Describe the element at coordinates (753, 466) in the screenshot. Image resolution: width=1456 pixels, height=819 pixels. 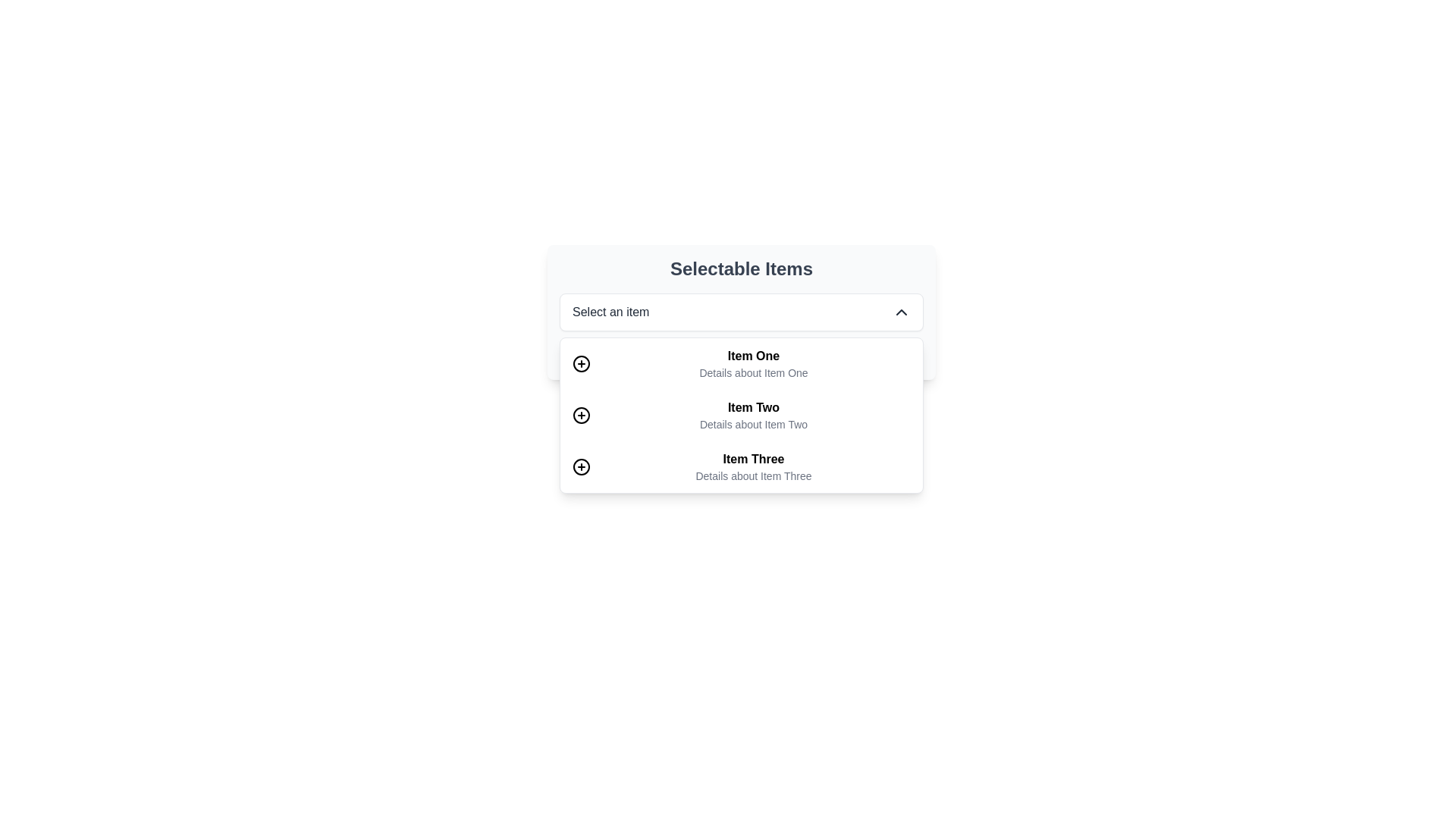
I see `the third selectable item in the dropdown menu, which displays a title and a description` at that location.